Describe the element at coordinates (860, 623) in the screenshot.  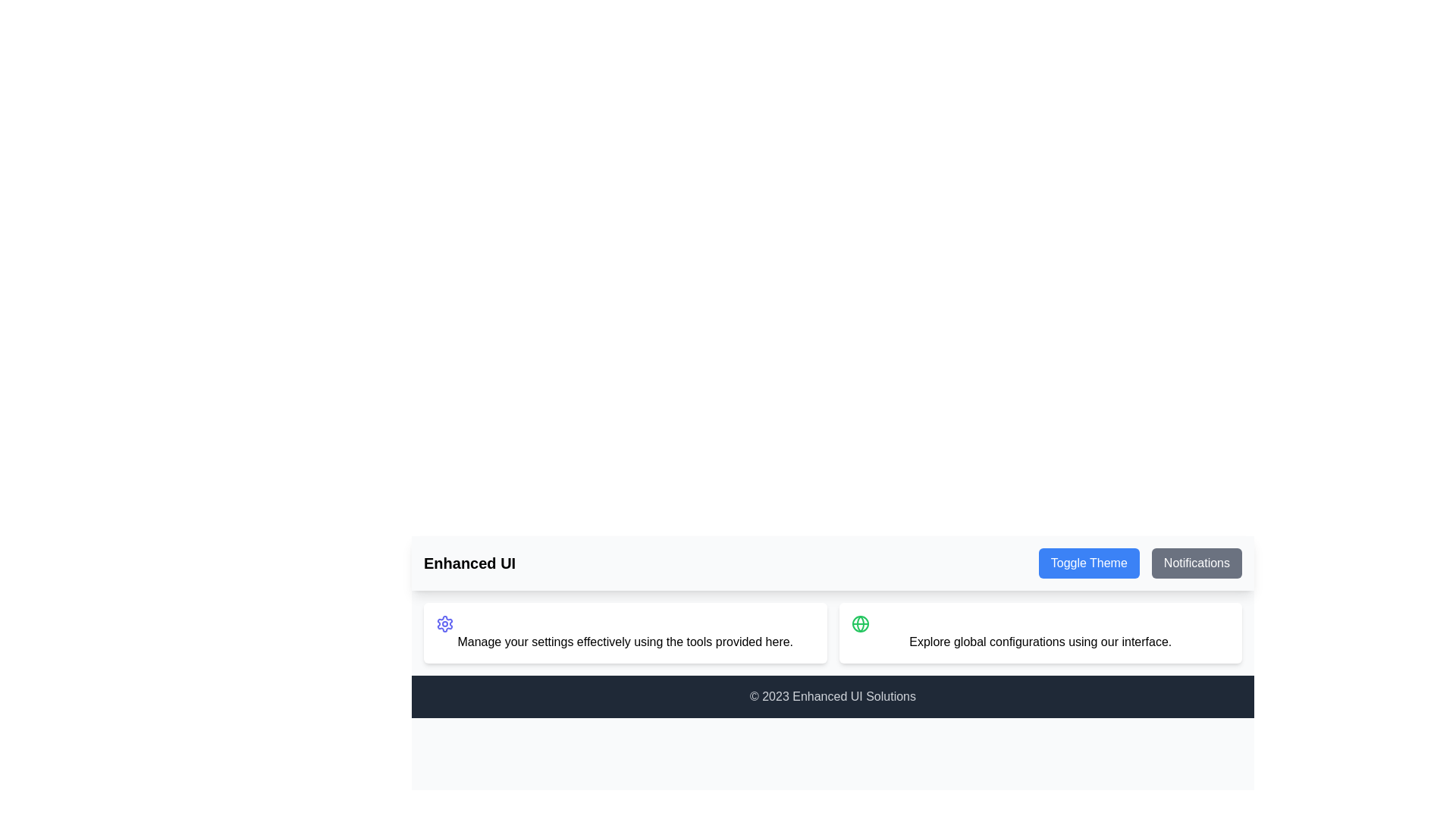
I see `the vector globe illustration icon located in the lower right quadrant of the interface, which is positioned to the left of the text 'Explore global configurations using our interface.'` at that location.